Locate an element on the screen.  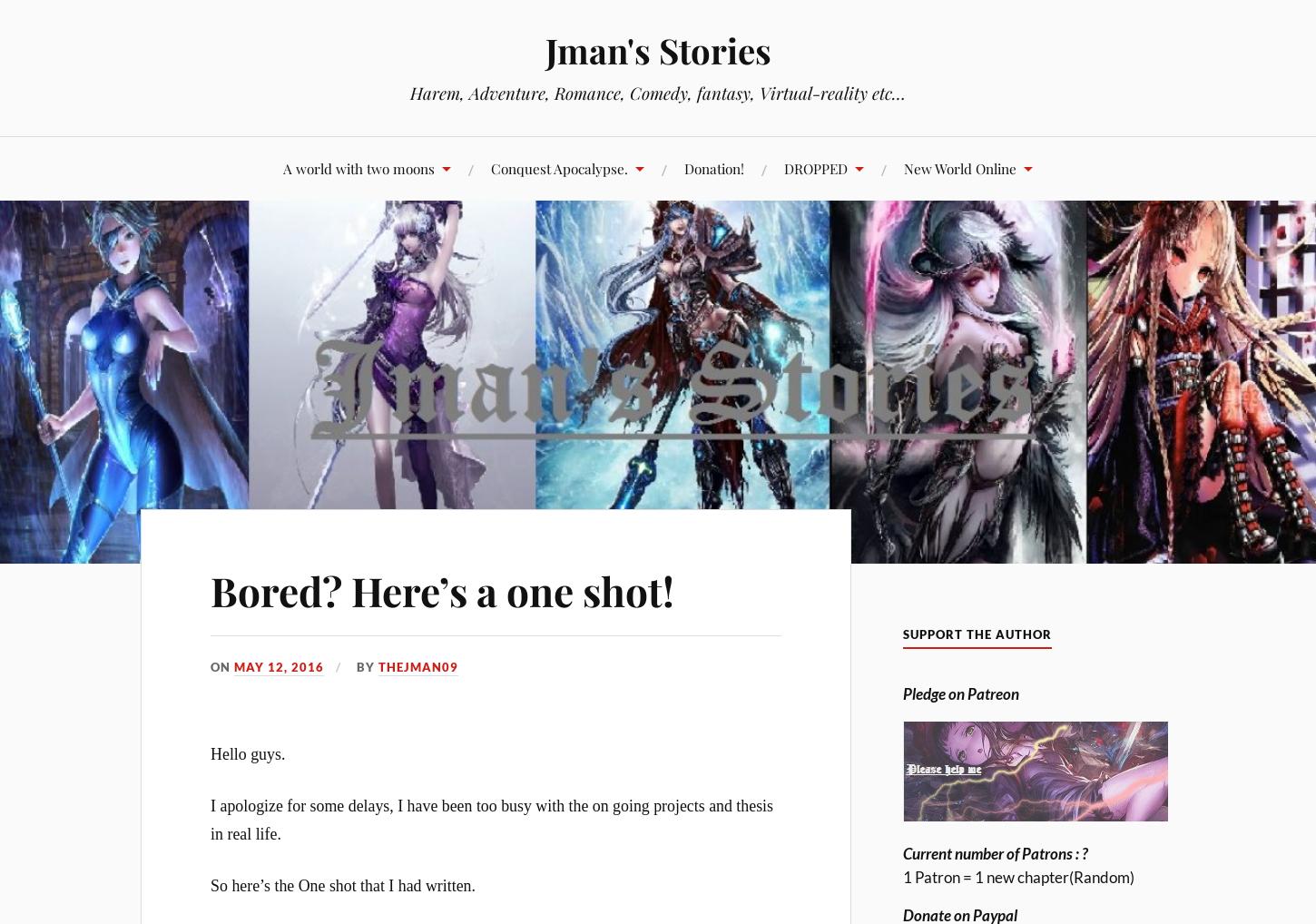
'On' is located at coordinates (222, 664).